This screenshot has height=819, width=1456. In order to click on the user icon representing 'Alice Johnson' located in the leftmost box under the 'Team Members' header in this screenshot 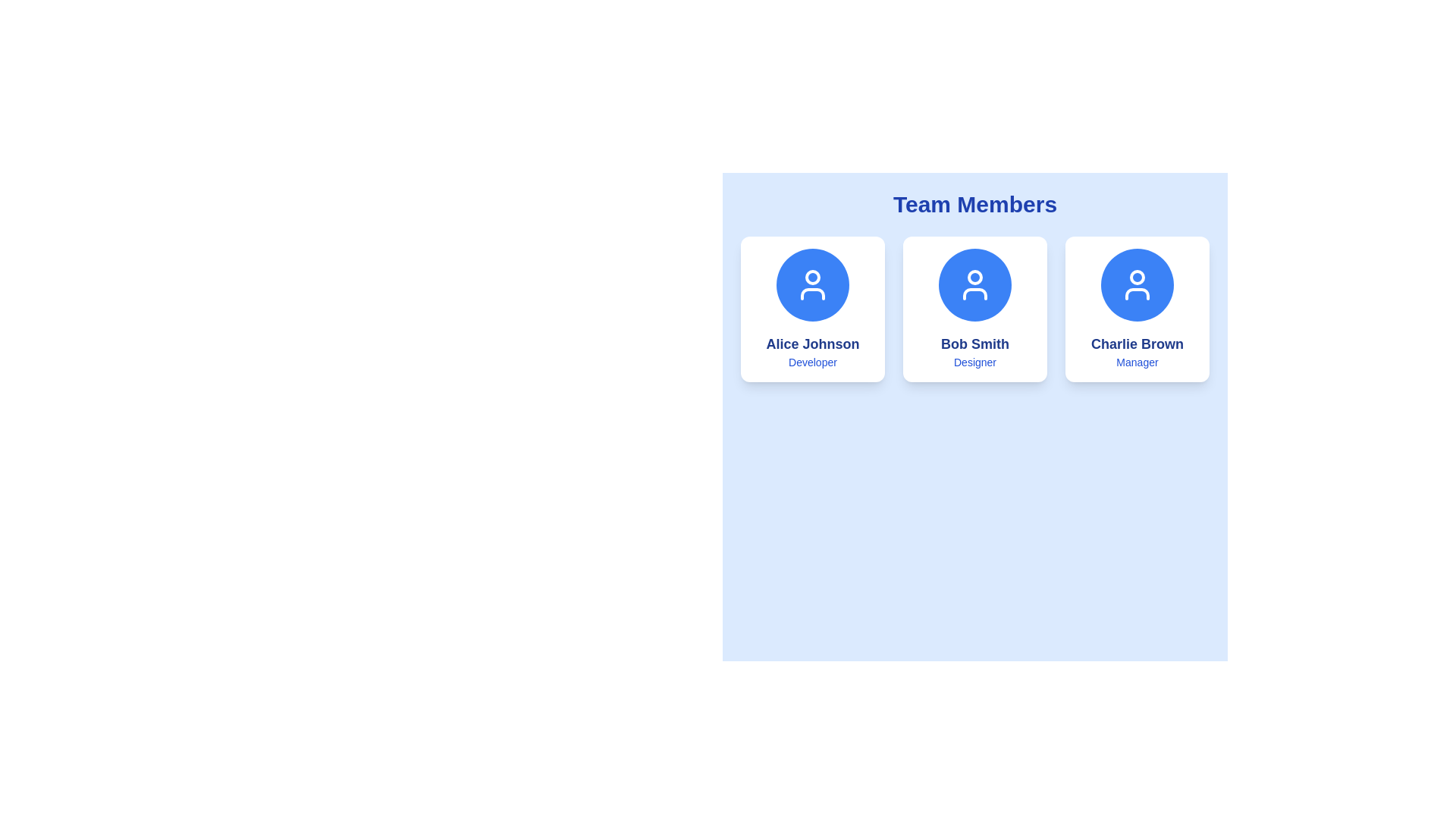, I will do `click(811, 284)`.